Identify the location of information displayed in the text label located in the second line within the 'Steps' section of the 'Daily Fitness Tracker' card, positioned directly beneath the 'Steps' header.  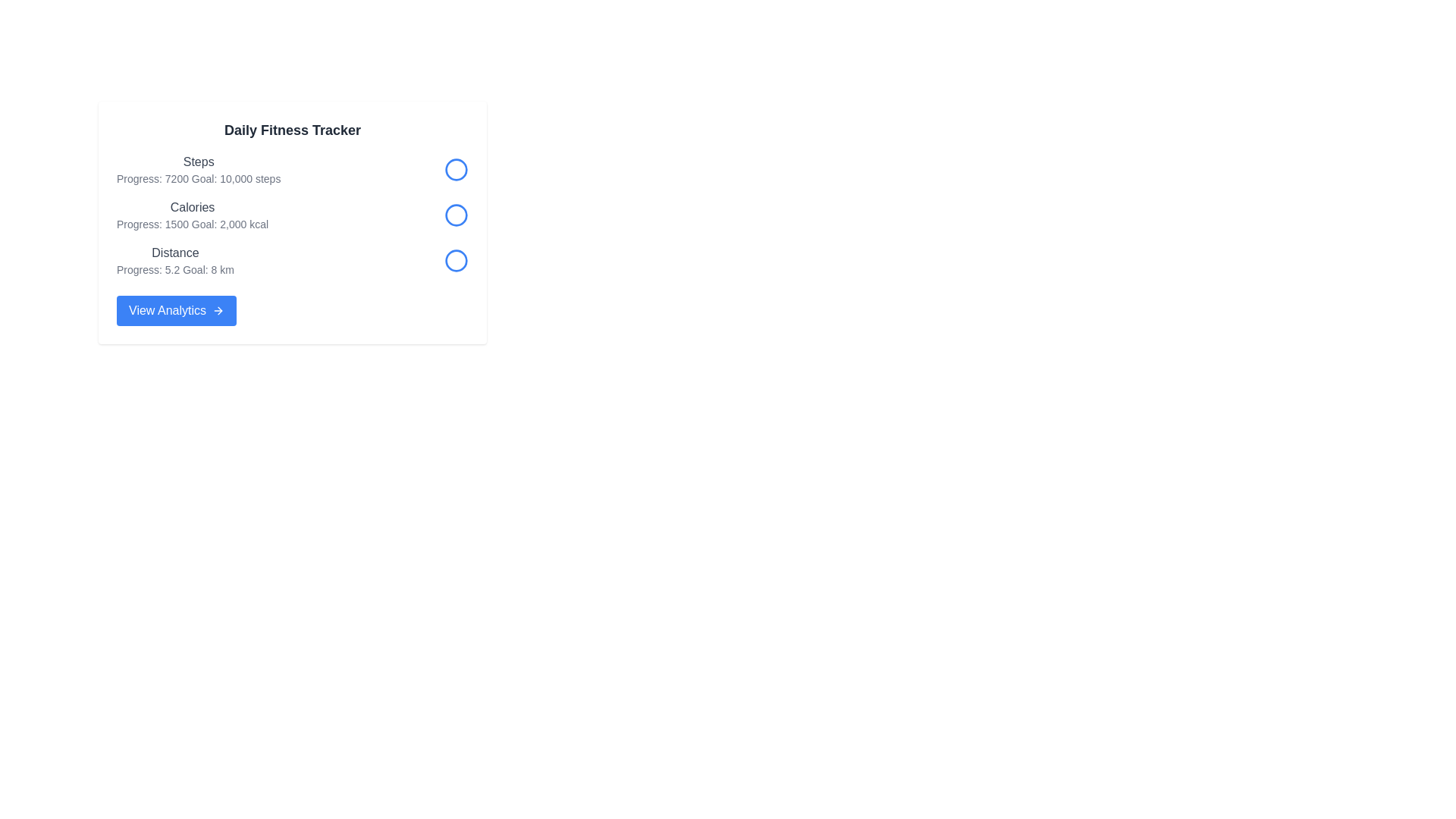
(198, 177).